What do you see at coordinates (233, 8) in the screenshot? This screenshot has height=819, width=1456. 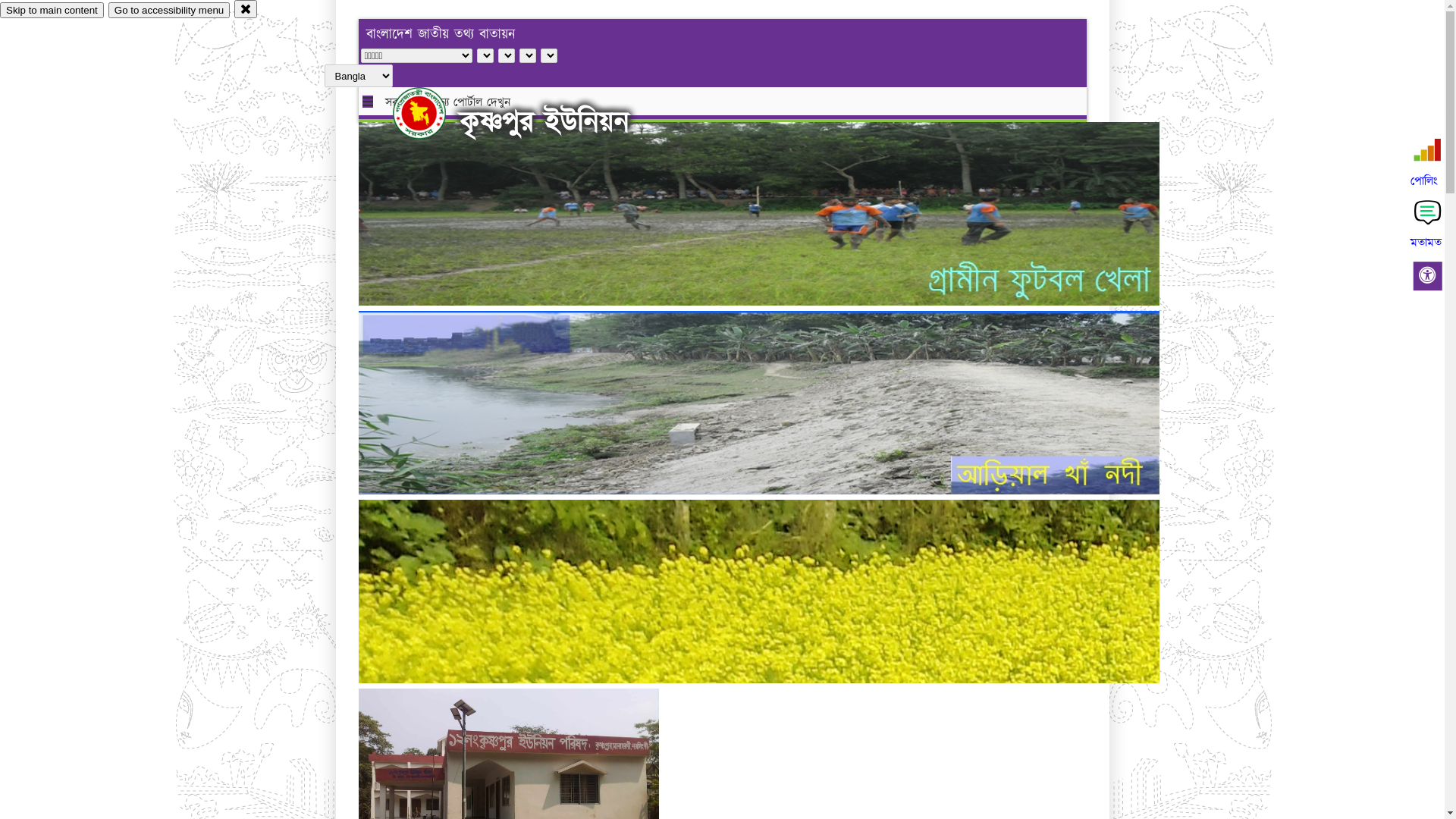 I see `'close'` at bounding box center [233, 8].